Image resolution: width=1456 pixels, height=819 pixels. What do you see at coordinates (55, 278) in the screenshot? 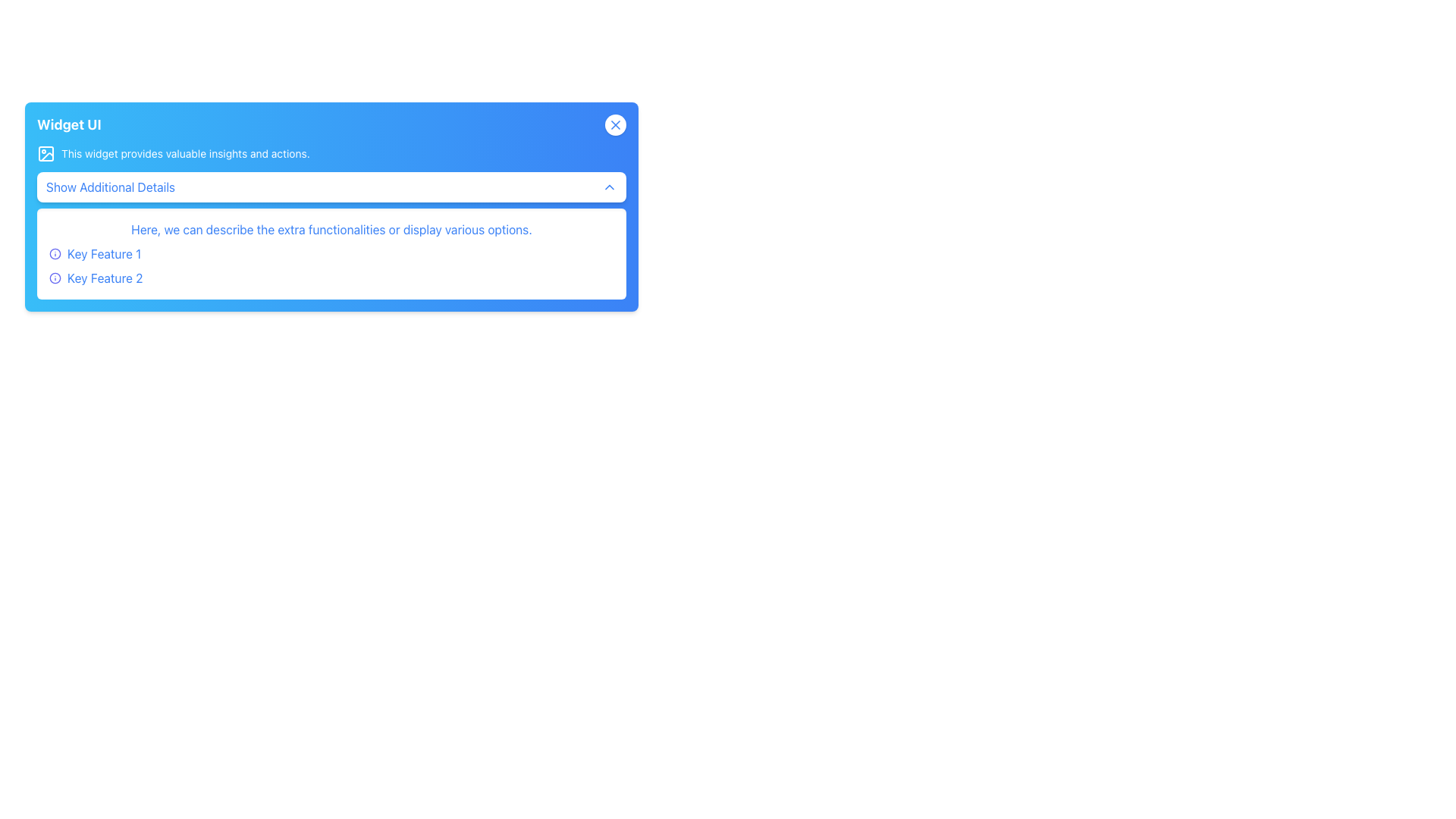
I see `the function of the icon that represents 'Key Feature 2', which is located at the start of the line aligned with the text` at bounding box center [55, 278].